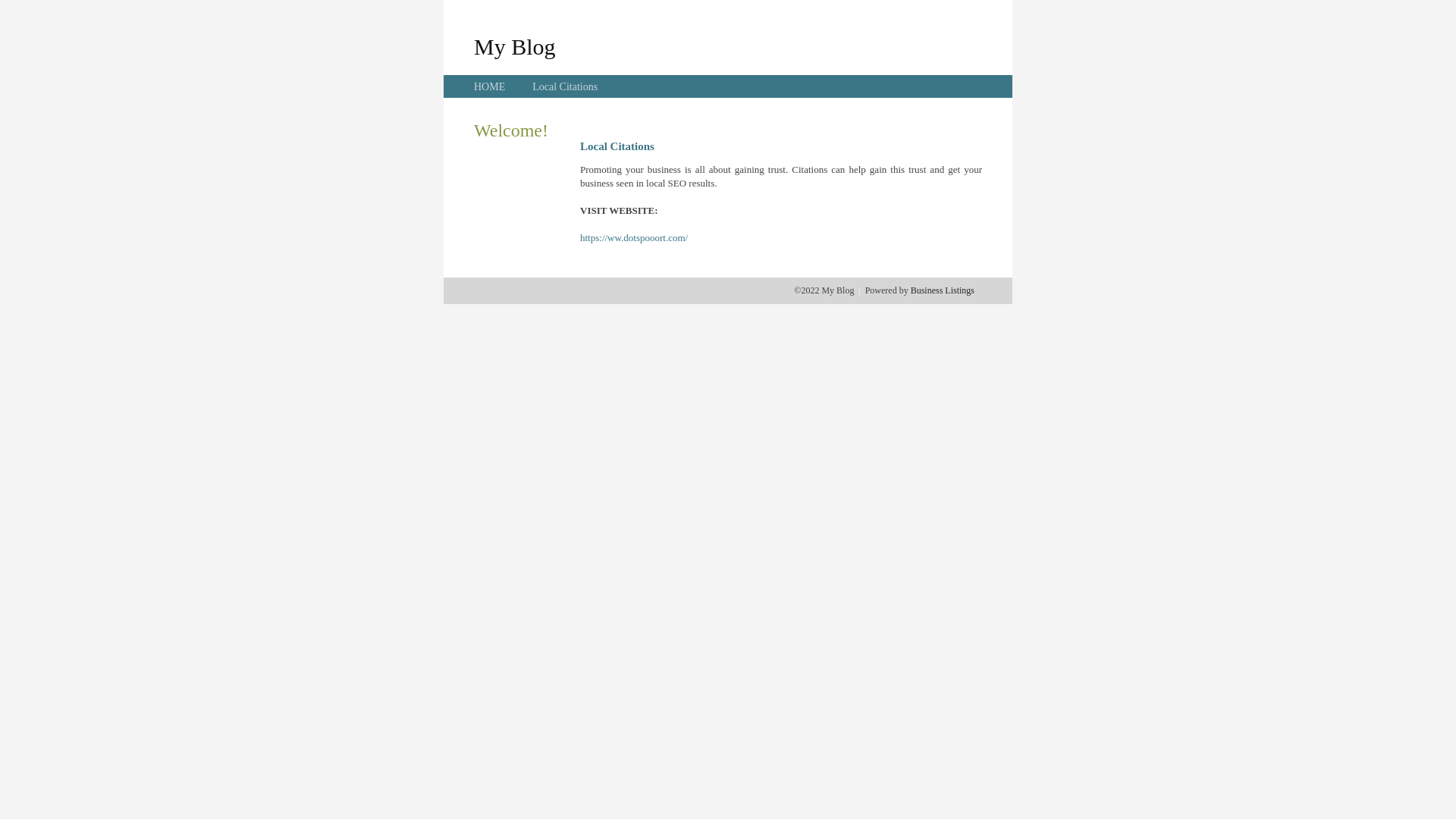 This screenshot has width=1456, height=819. What do you see at coordinates (579, 237) in the screenshot?
I see `'https://ww.dotspooort.com/'` at bounding box center [579, 237].